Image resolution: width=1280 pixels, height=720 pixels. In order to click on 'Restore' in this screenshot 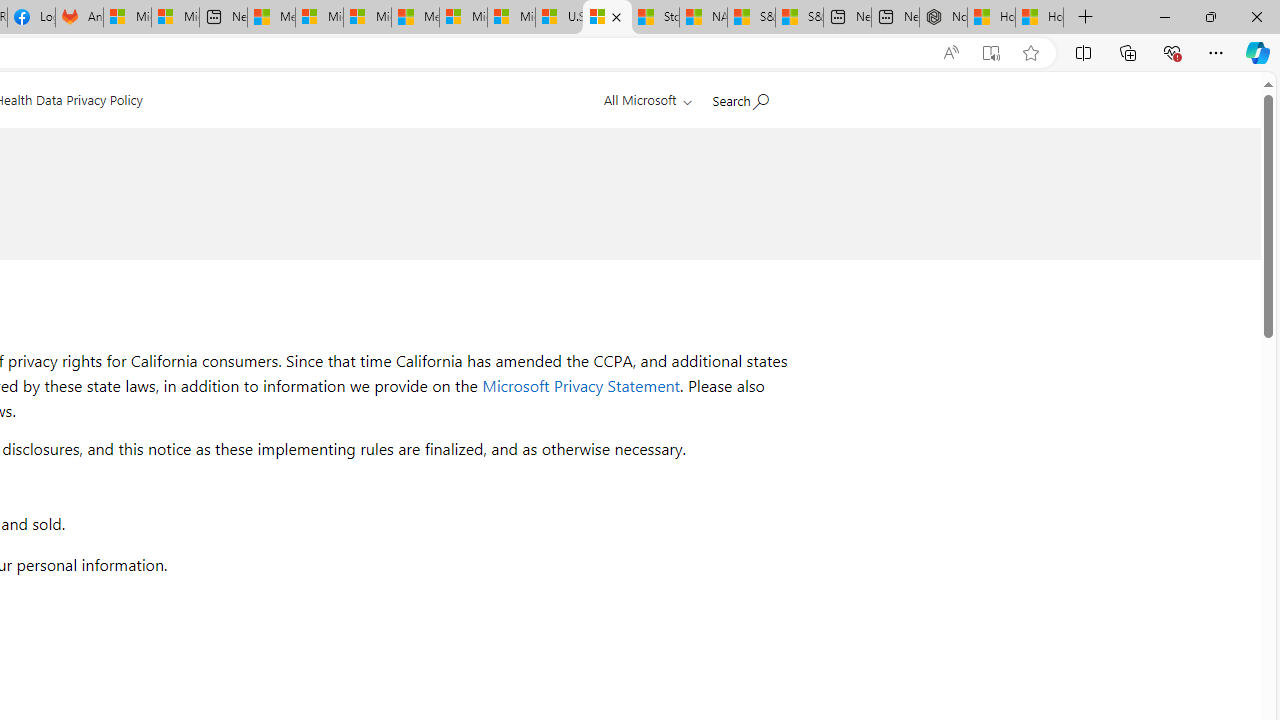, I will do `click(1209, 16)`.